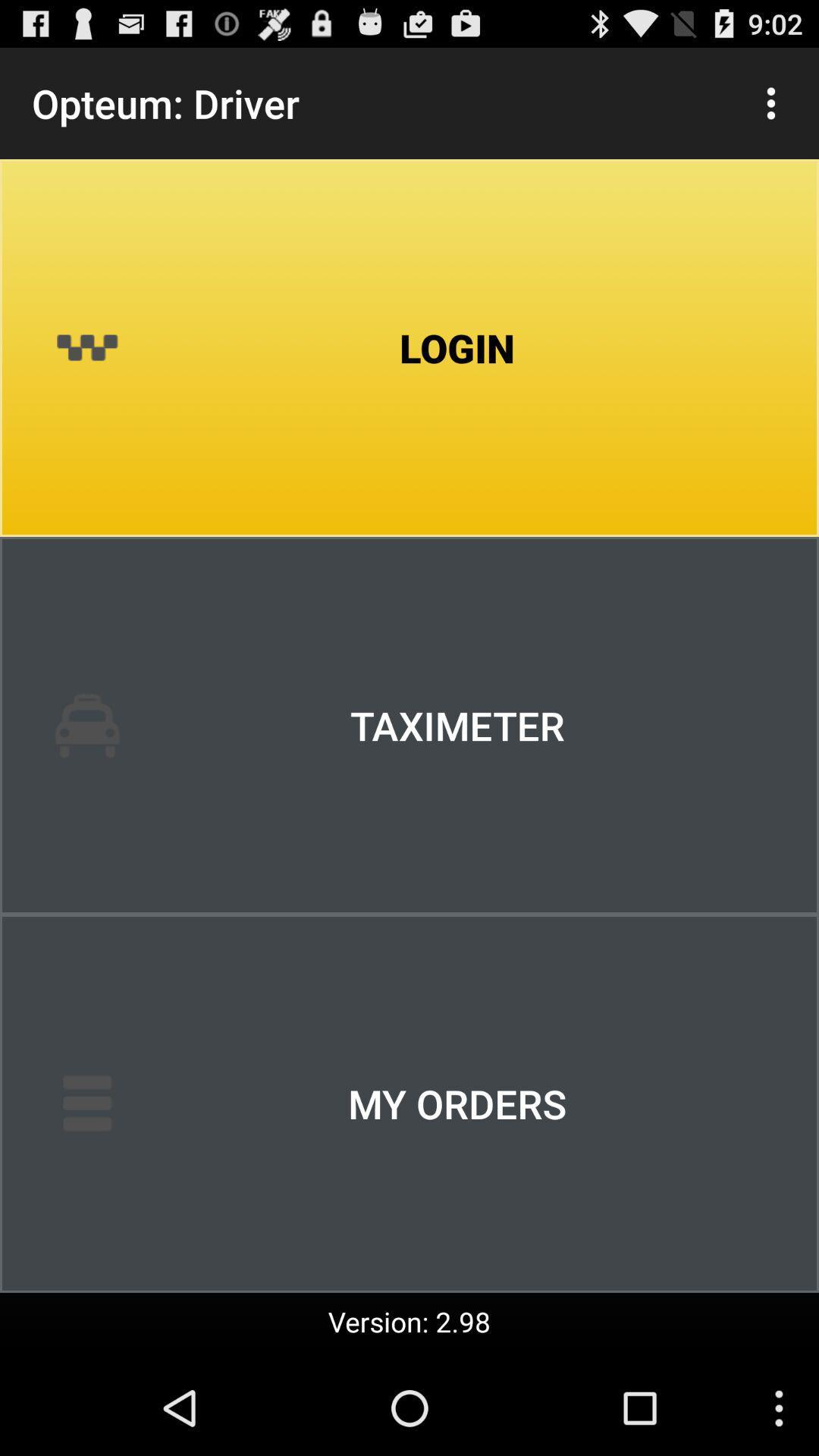 Image resolution: width=819 pixels, height=1456 pixels. I want to click on item at the center, so click(409, 724).